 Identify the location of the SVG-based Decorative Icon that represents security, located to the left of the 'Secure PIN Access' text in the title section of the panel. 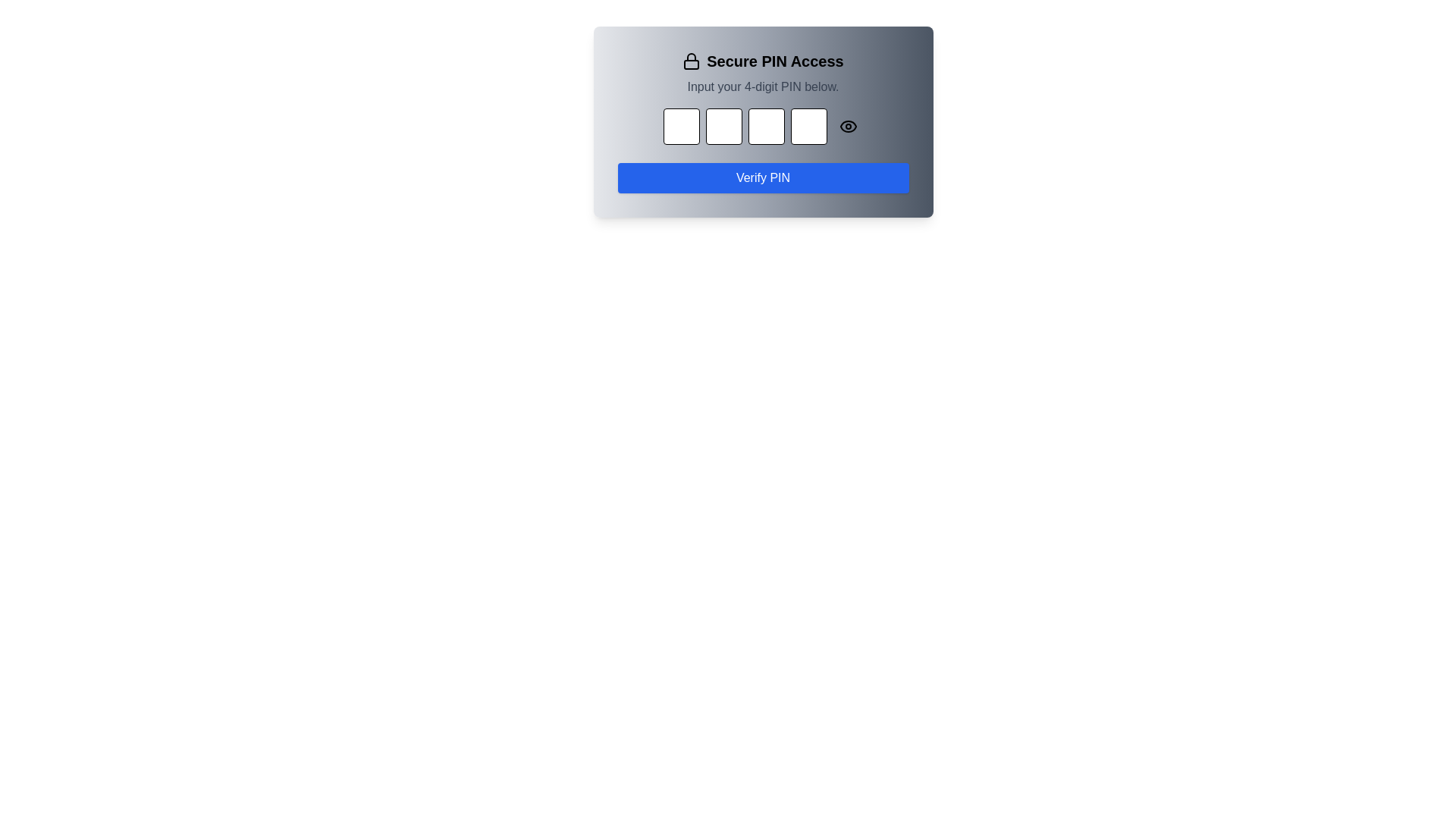
(691, 61).